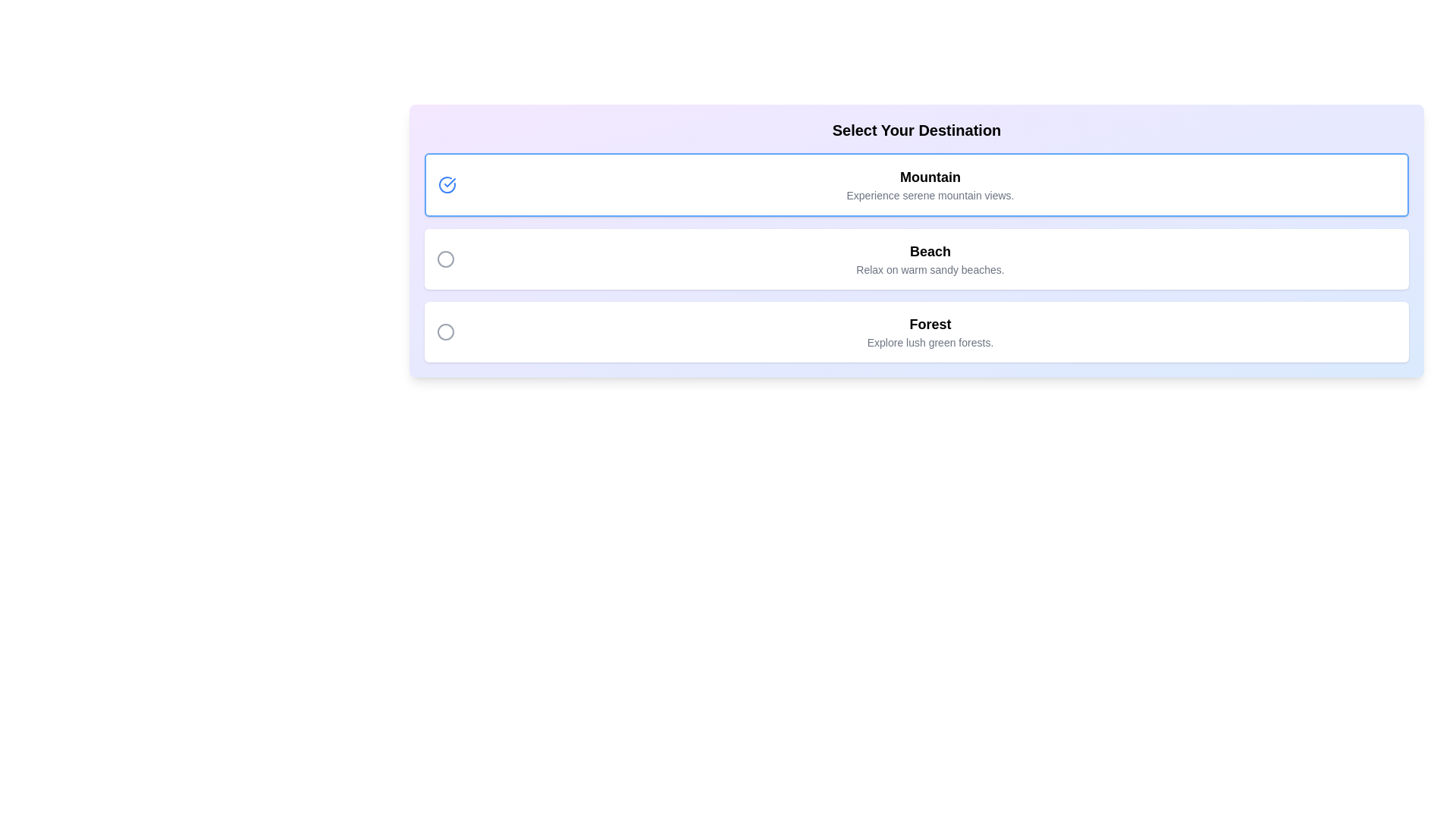 The width and height of the screenshot is (1456, 819). Describe the element at coordinates (930, 331) in the screenshot. I see `the text component with the heading 'Forest' and subtitle 'Explore lush green forests'` at that location.